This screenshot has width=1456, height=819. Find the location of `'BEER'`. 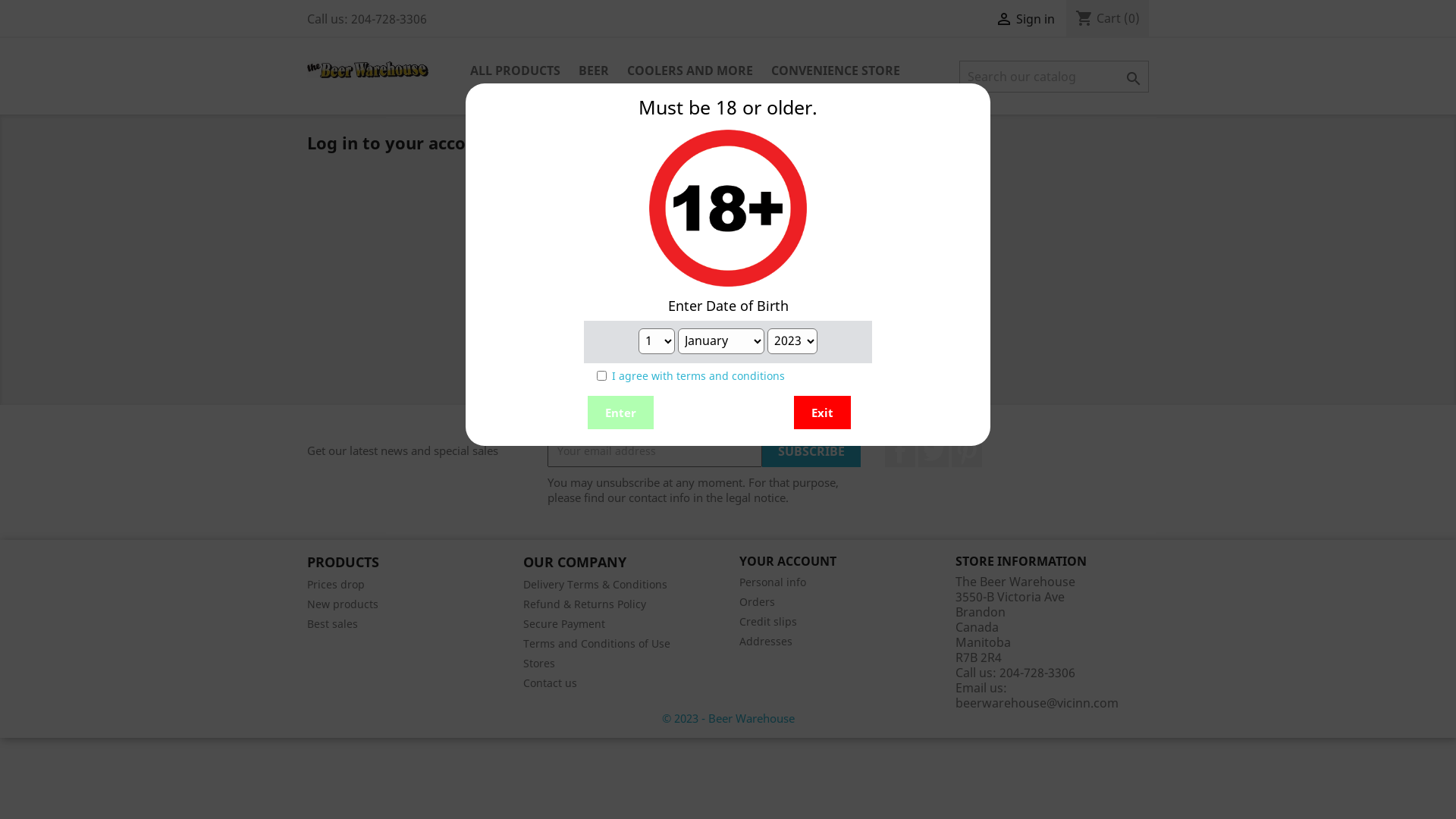

'BEER' is located at coordinates (570, 71).